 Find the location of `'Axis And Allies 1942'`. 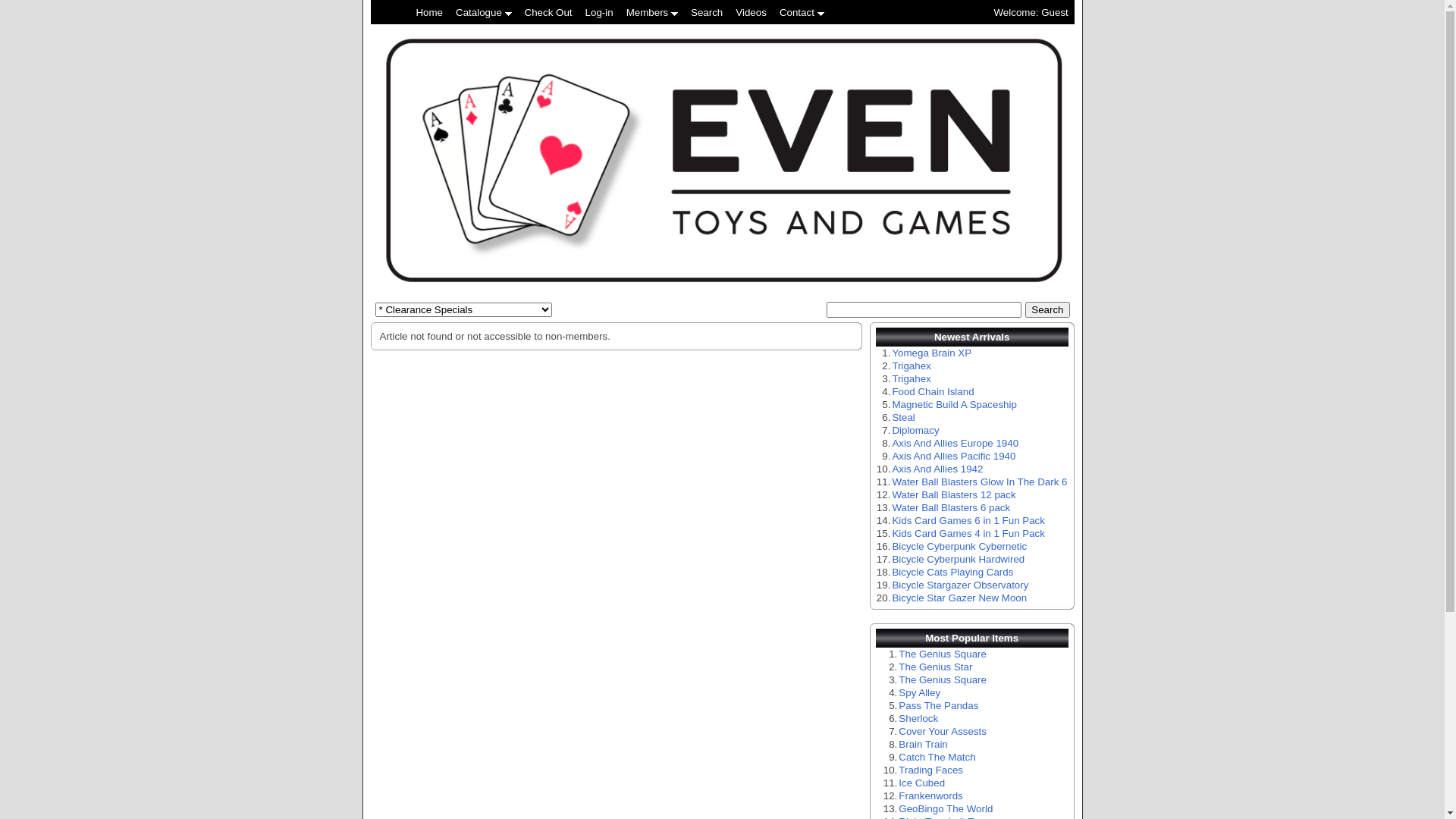

'Axis And Allies 1942' is located at coordinates (937, 468).